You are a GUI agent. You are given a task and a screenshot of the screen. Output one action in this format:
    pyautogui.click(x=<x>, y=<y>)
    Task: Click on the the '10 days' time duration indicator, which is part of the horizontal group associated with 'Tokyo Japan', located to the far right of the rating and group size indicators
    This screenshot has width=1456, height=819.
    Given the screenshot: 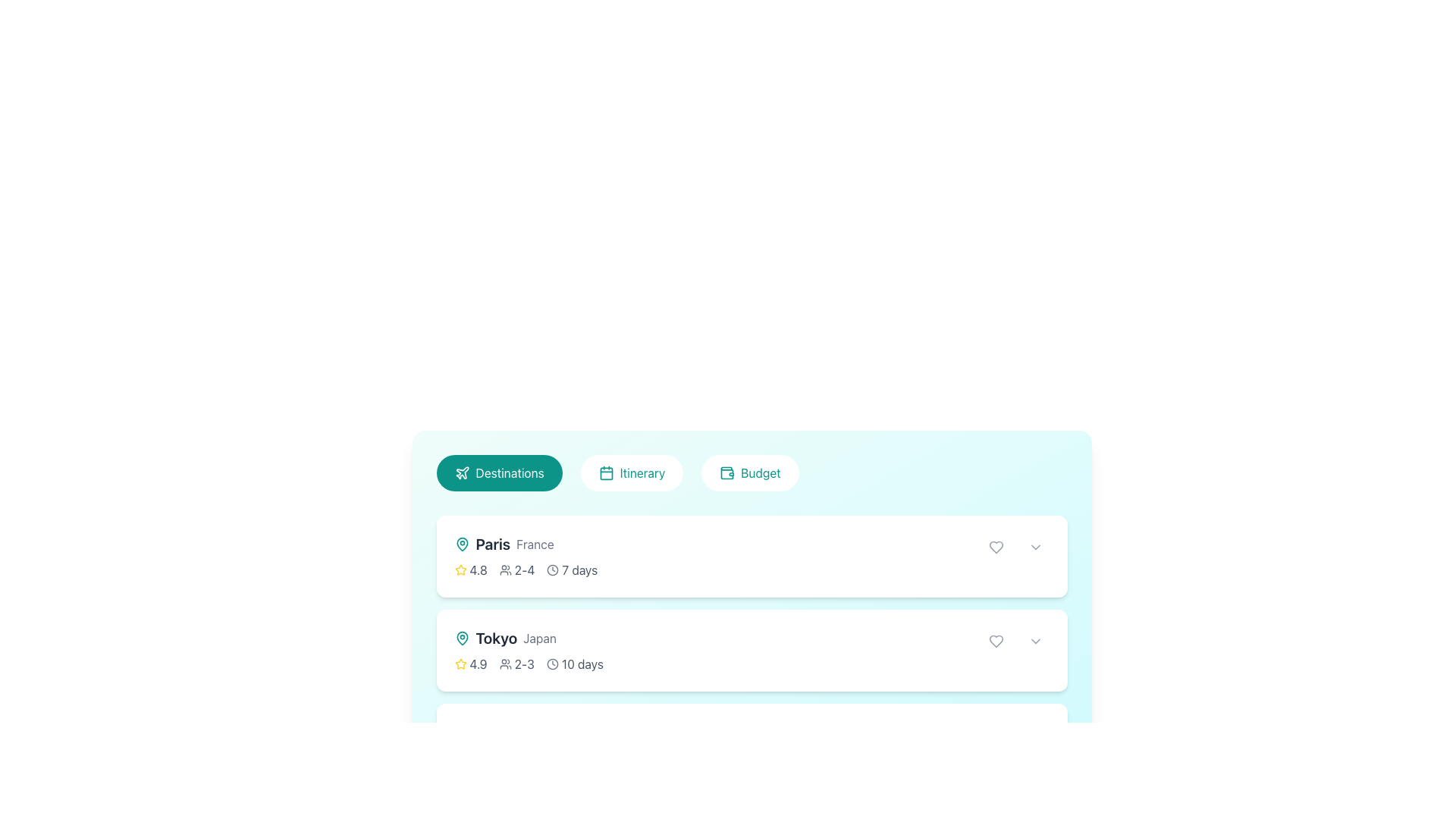 What is the action you would take?
    pyautogui.click(x=574, y=663)
    